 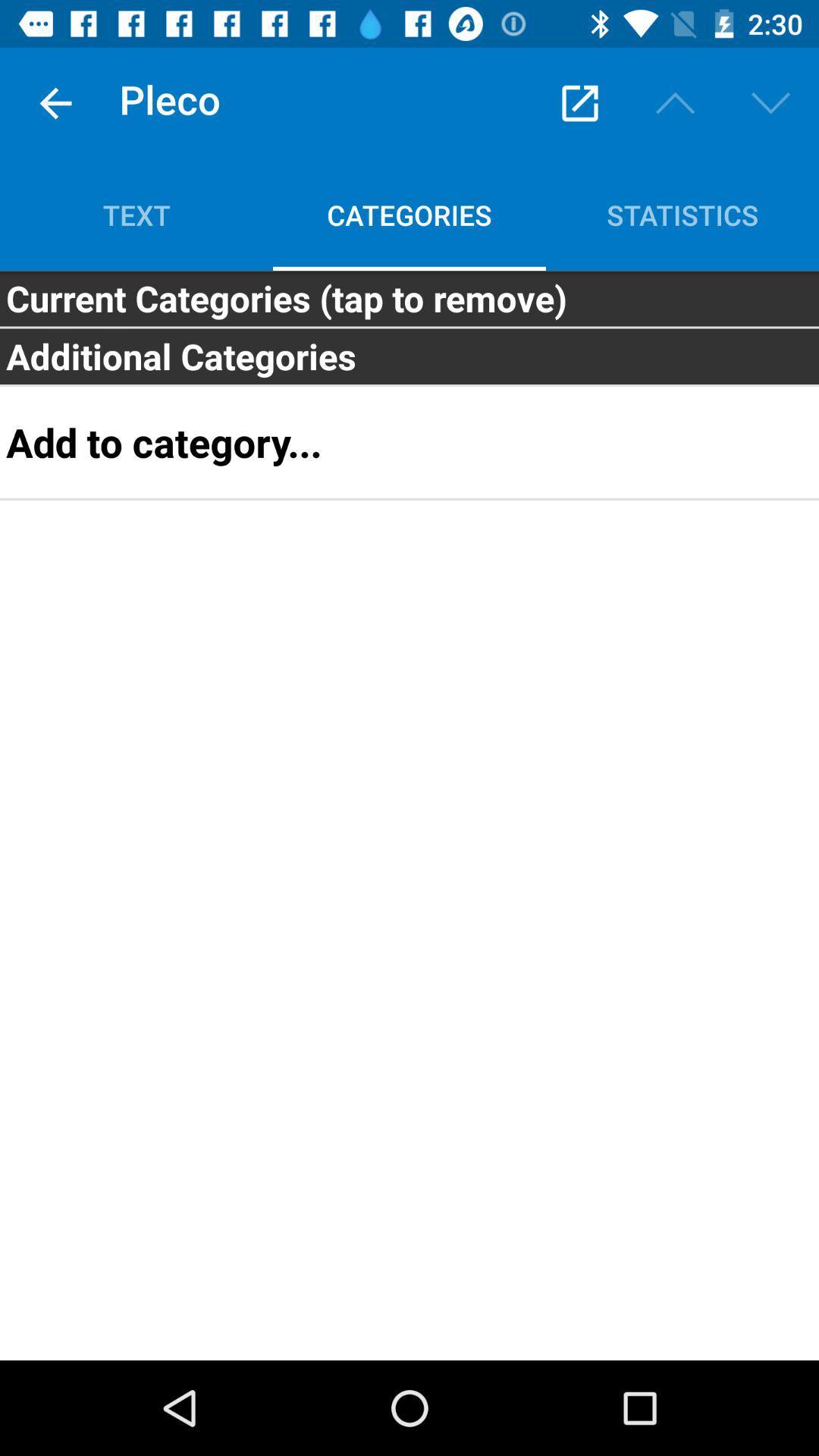 What do you see at coordinates (409, 356) in the screenshot?
I see `additional categories item` at bounding box center [409, 356].